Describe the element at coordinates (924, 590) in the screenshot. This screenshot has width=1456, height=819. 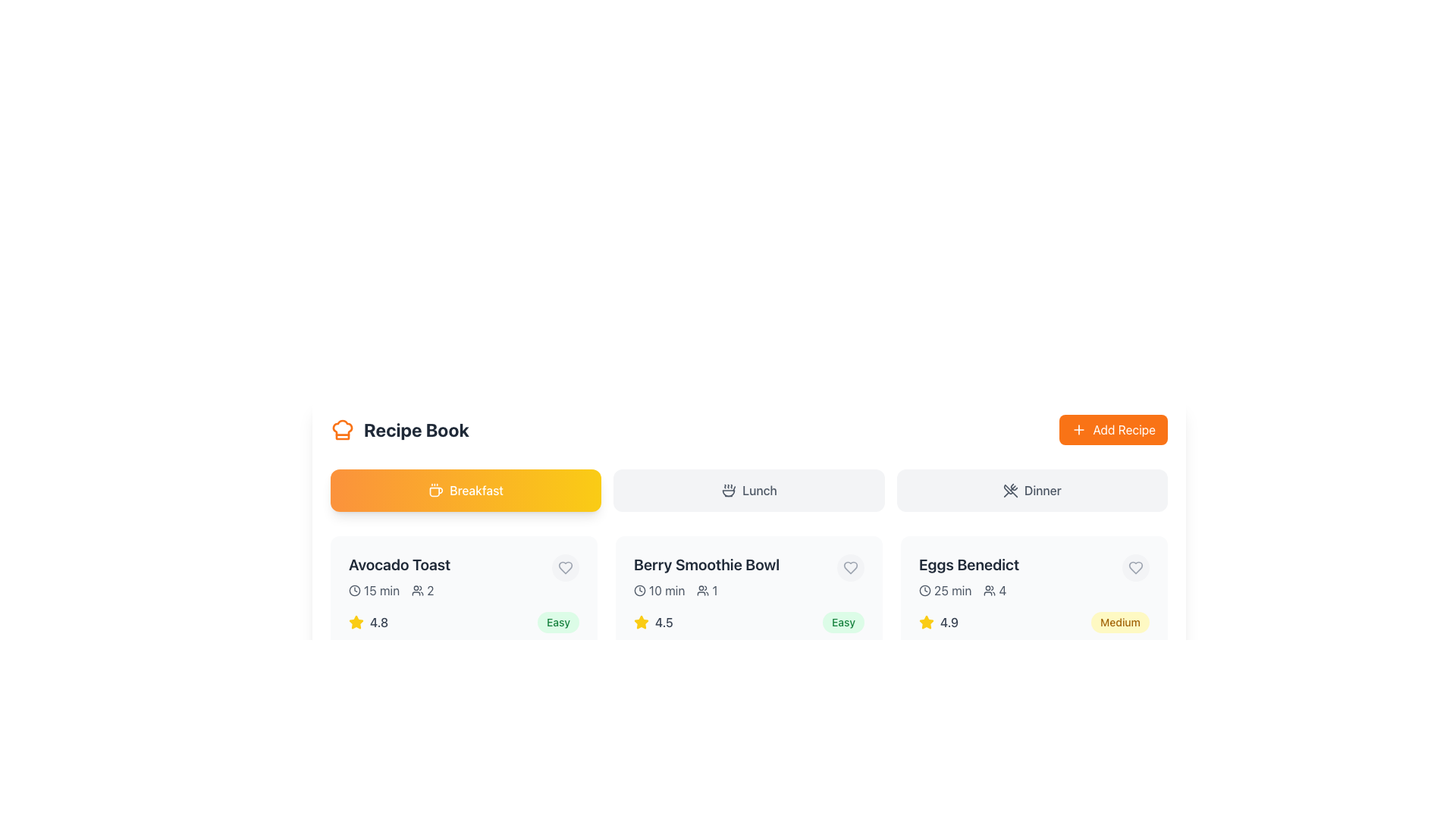
I see `the clock icon, which is a circular icon with two hands representing time, located to the left of the text '25 min' in the 'Eggs Benedict' section of the 'Dinner' tab` at that location.